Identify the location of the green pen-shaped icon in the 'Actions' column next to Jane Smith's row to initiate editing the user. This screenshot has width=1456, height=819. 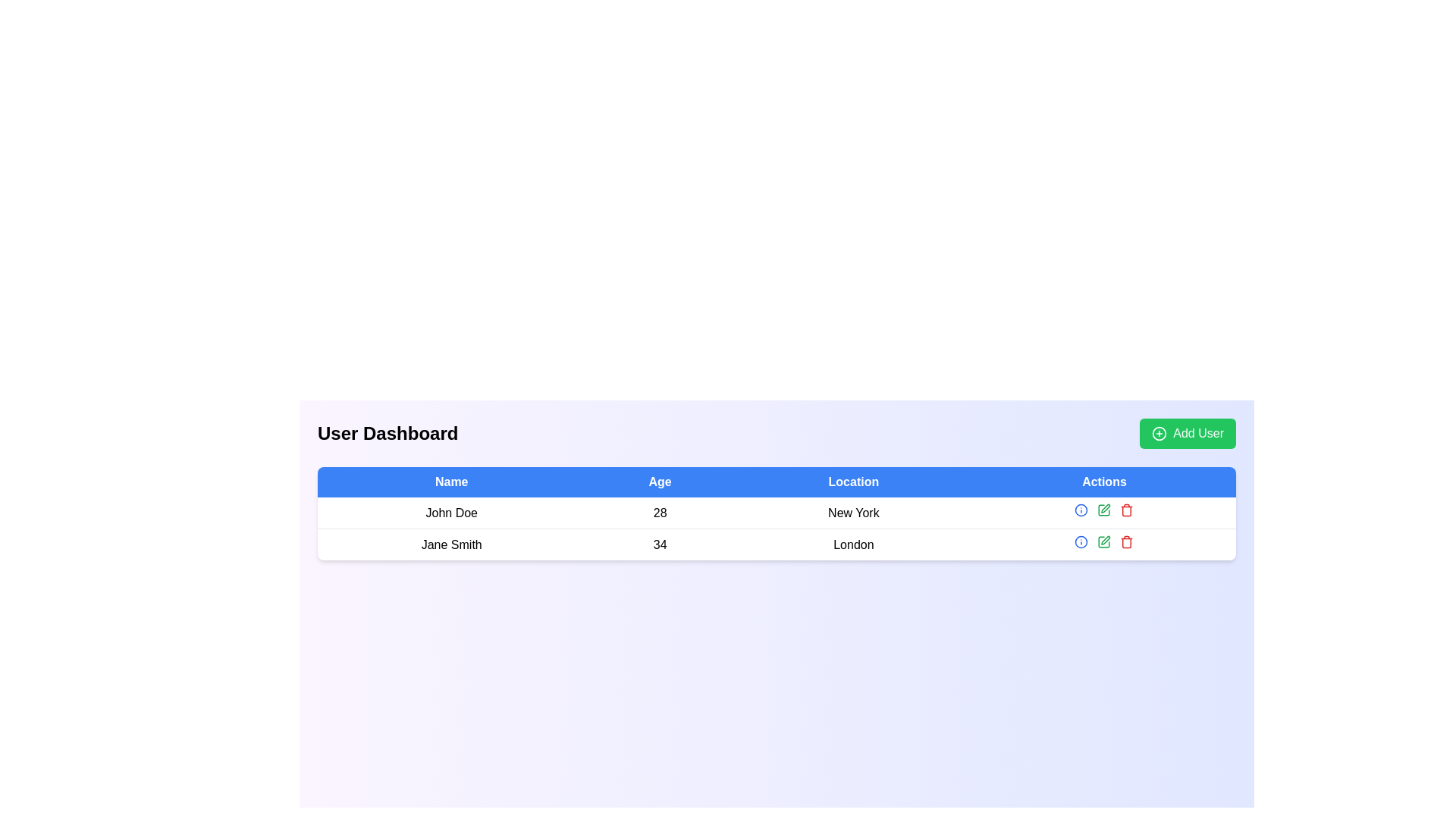
(1106, 508).